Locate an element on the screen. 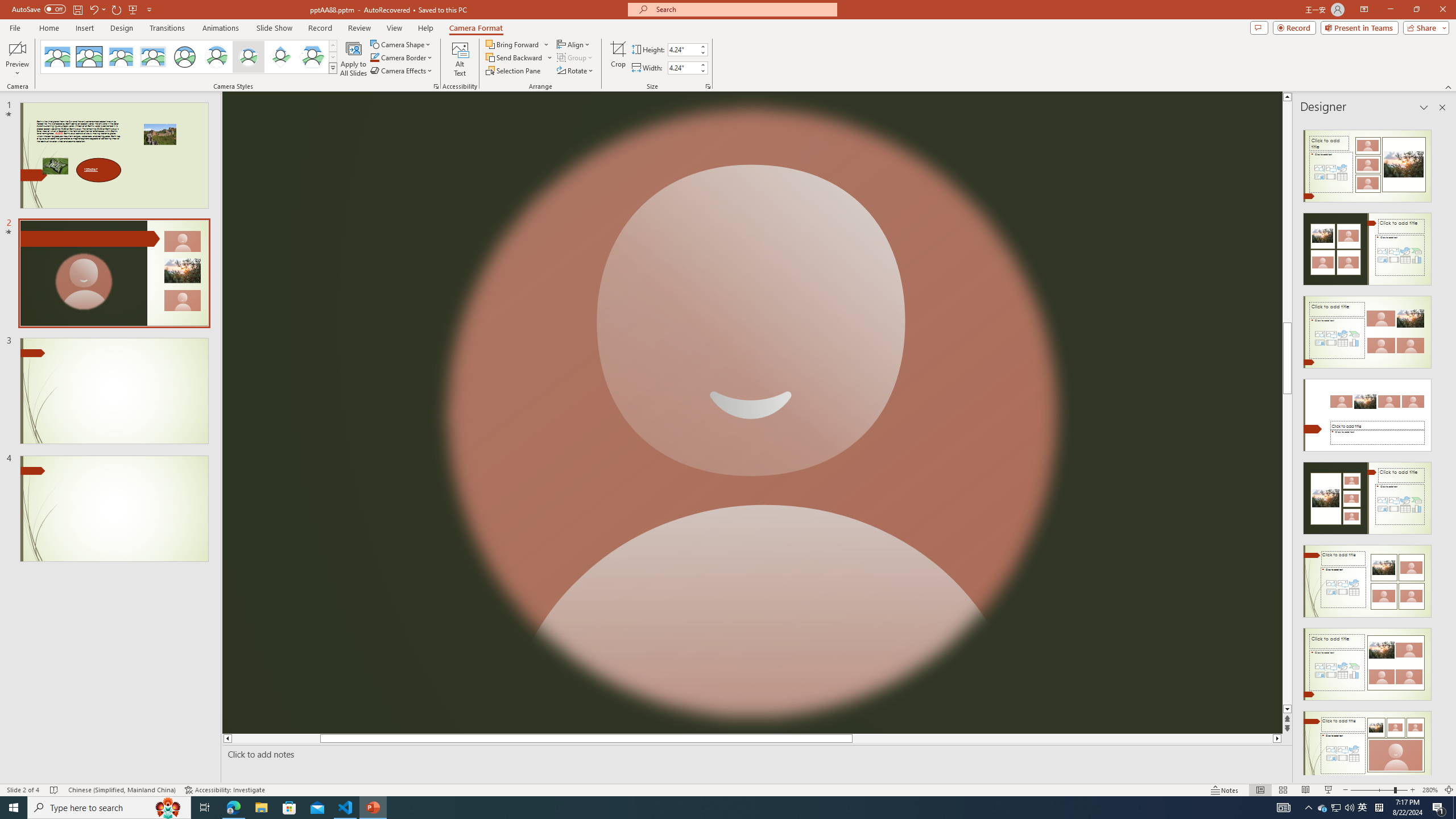  'Camera Border' is located at coordinates (401, 56).